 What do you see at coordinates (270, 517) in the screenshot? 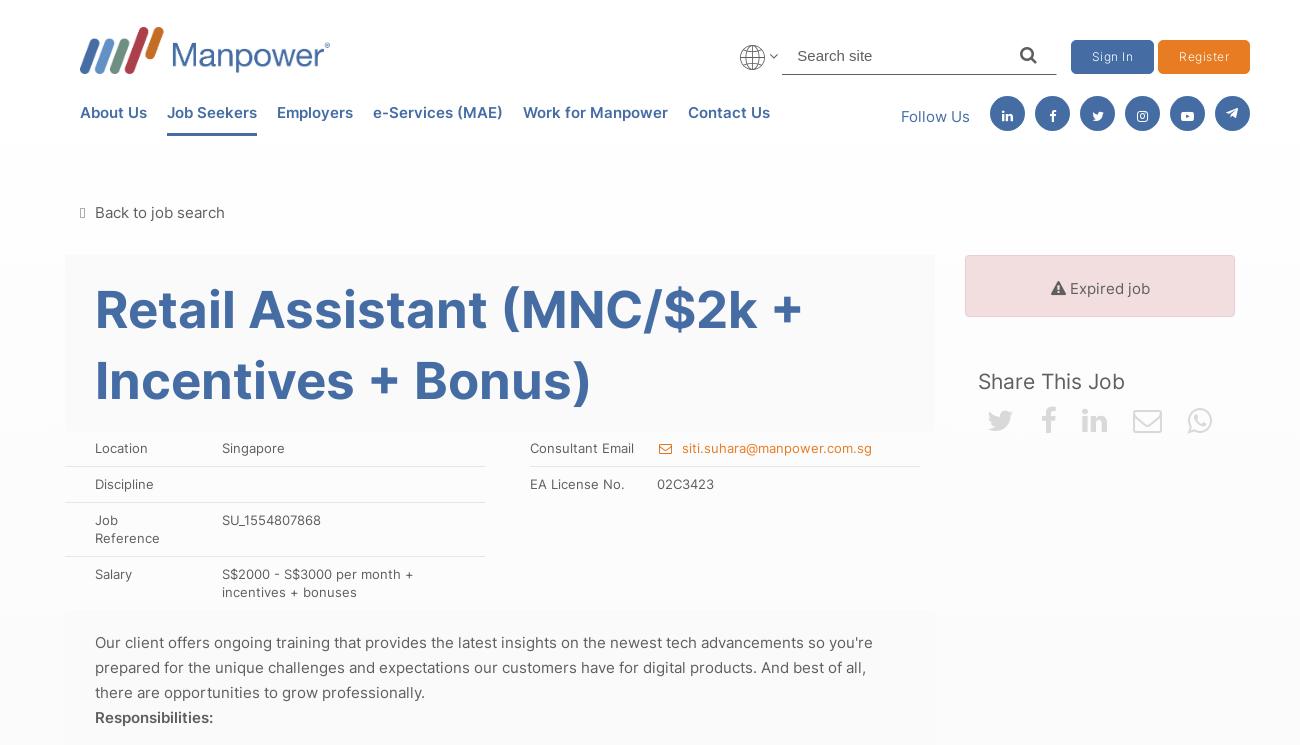
I see `'SU_1554807868'` at bounding box center [270, 517].